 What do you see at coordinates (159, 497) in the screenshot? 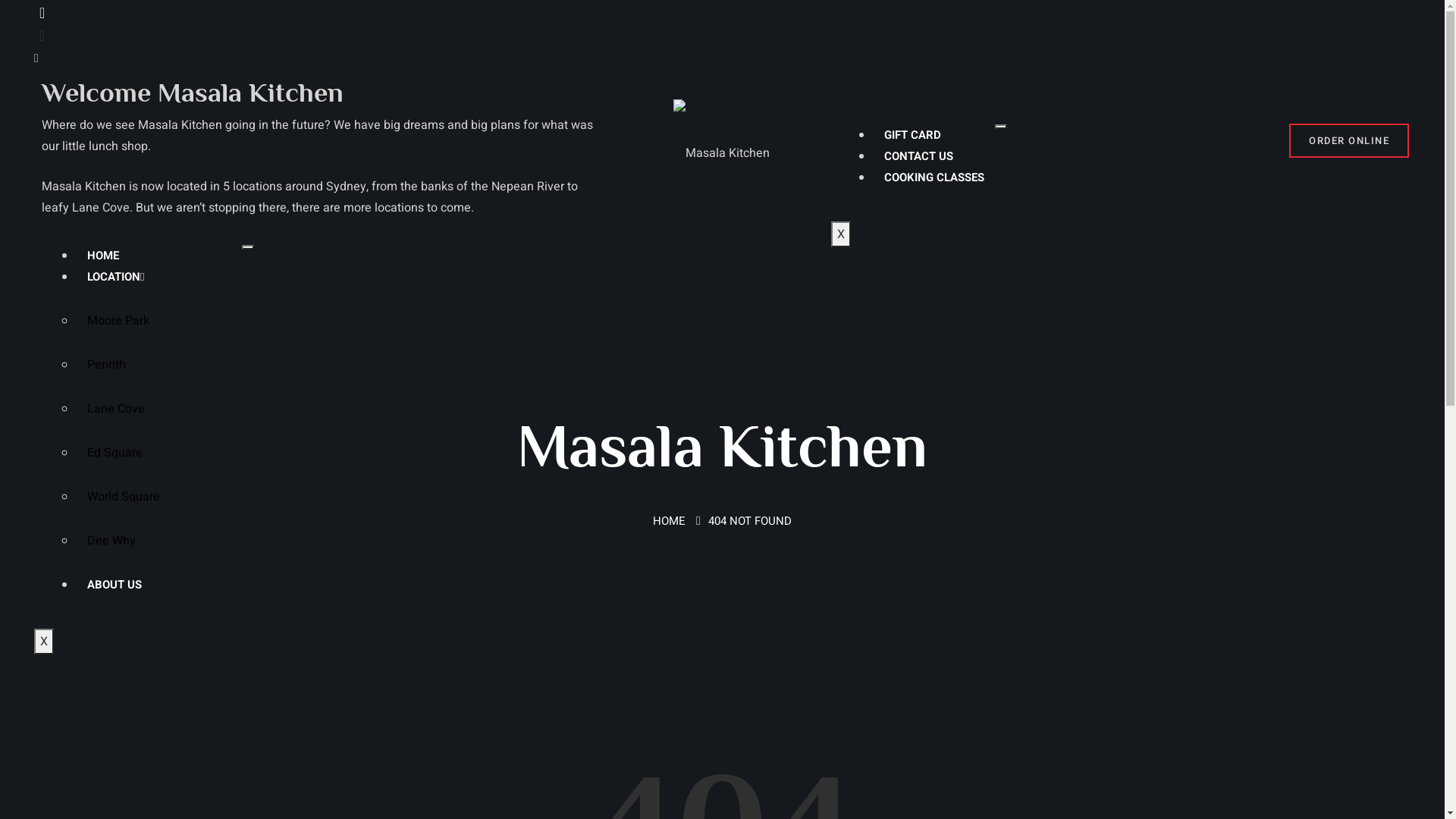
I see `'World Square'` at bounding box center [159, 497].